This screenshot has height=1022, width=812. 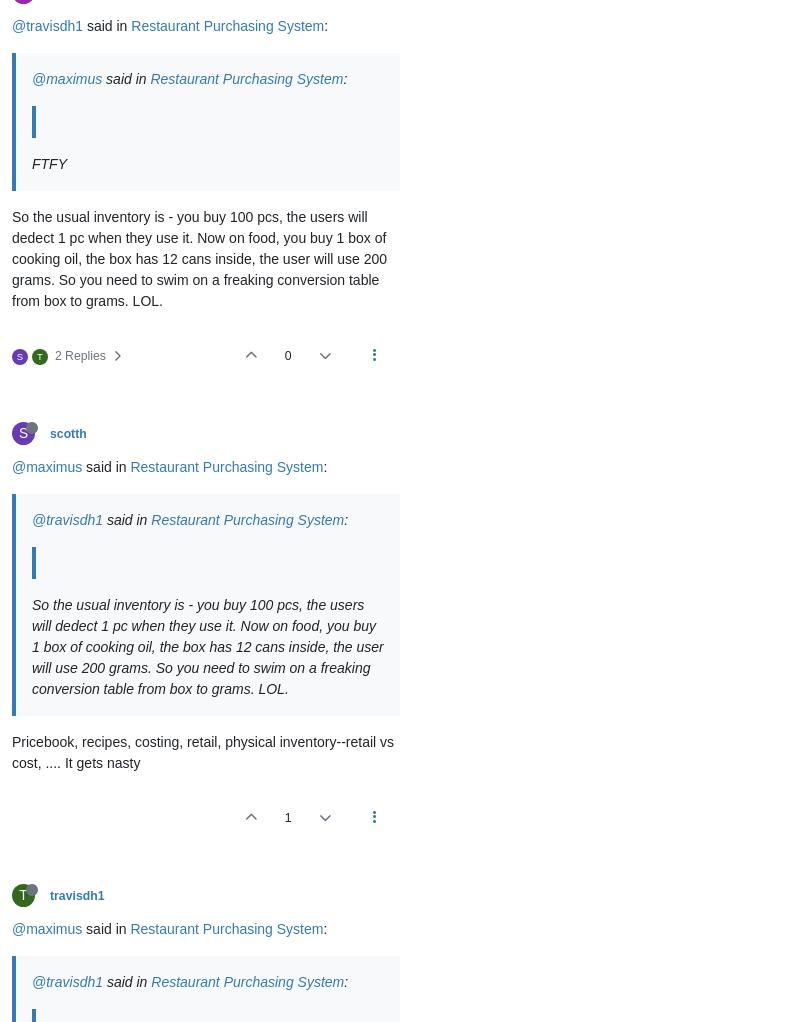 What do you see at coordinates (287, 817) in the screenshot?
I see `'1'` at bounding box center [287, 817].